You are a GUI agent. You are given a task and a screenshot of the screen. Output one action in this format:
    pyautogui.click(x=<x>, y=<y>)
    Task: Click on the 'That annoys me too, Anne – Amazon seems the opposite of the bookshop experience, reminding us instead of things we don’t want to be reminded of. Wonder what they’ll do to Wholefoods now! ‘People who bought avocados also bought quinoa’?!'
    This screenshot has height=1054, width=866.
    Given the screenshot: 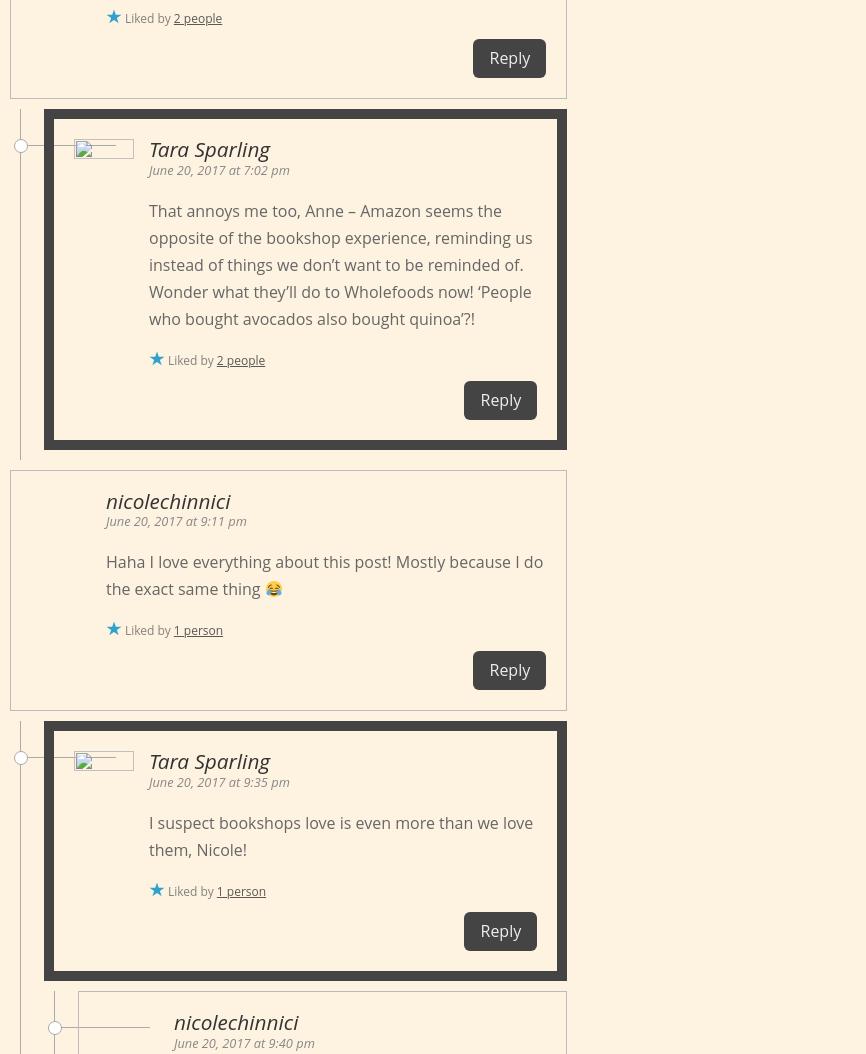 What is the action you would take?
    pyautogui.click(x=339, y=264)
    